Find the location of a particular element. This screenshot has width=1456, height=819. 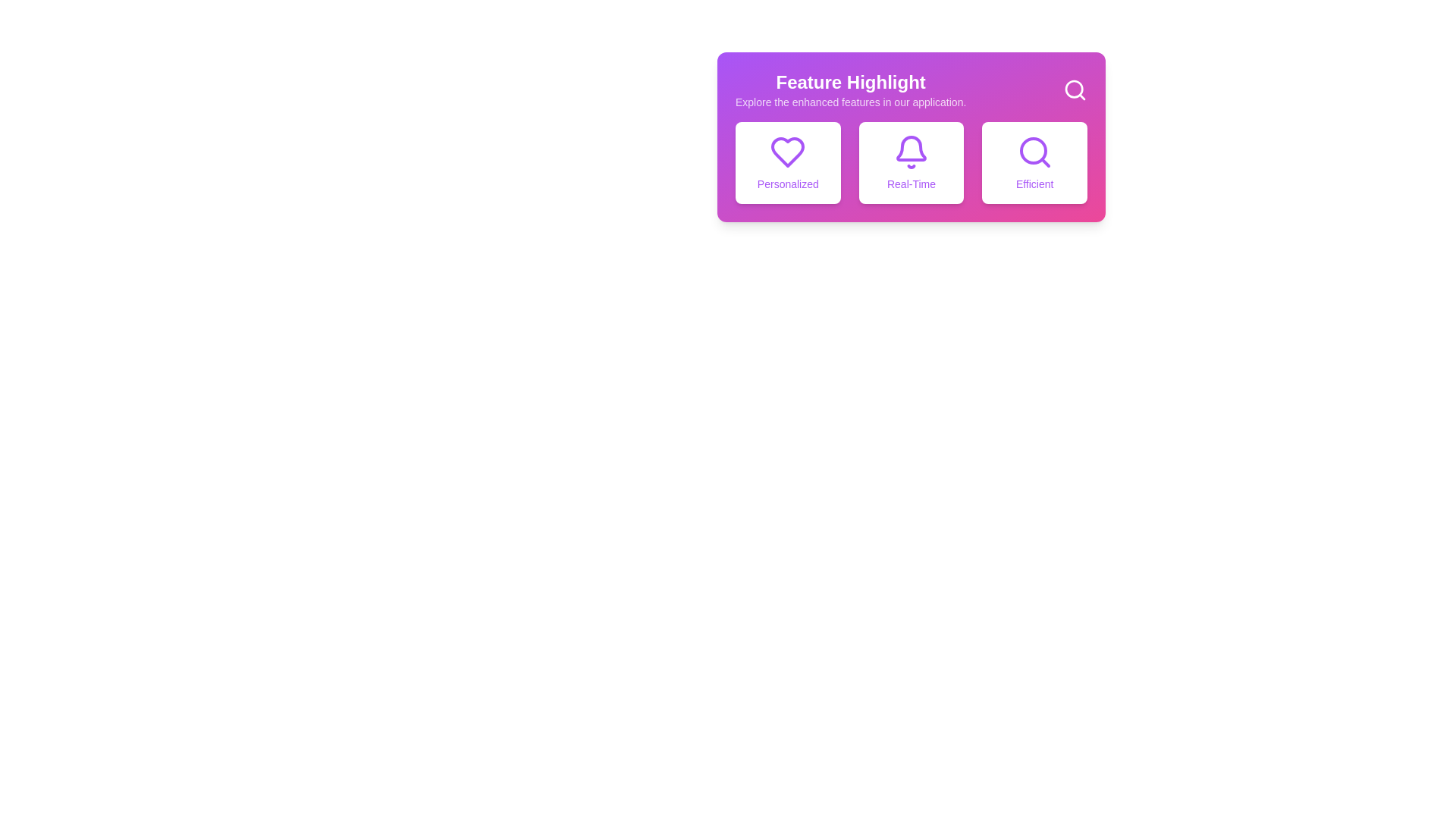

the notification bell icon located centrally within the second square option in the horizontal row of three options below the 'Feature Highlight' section is located at coordinates (910, 149).